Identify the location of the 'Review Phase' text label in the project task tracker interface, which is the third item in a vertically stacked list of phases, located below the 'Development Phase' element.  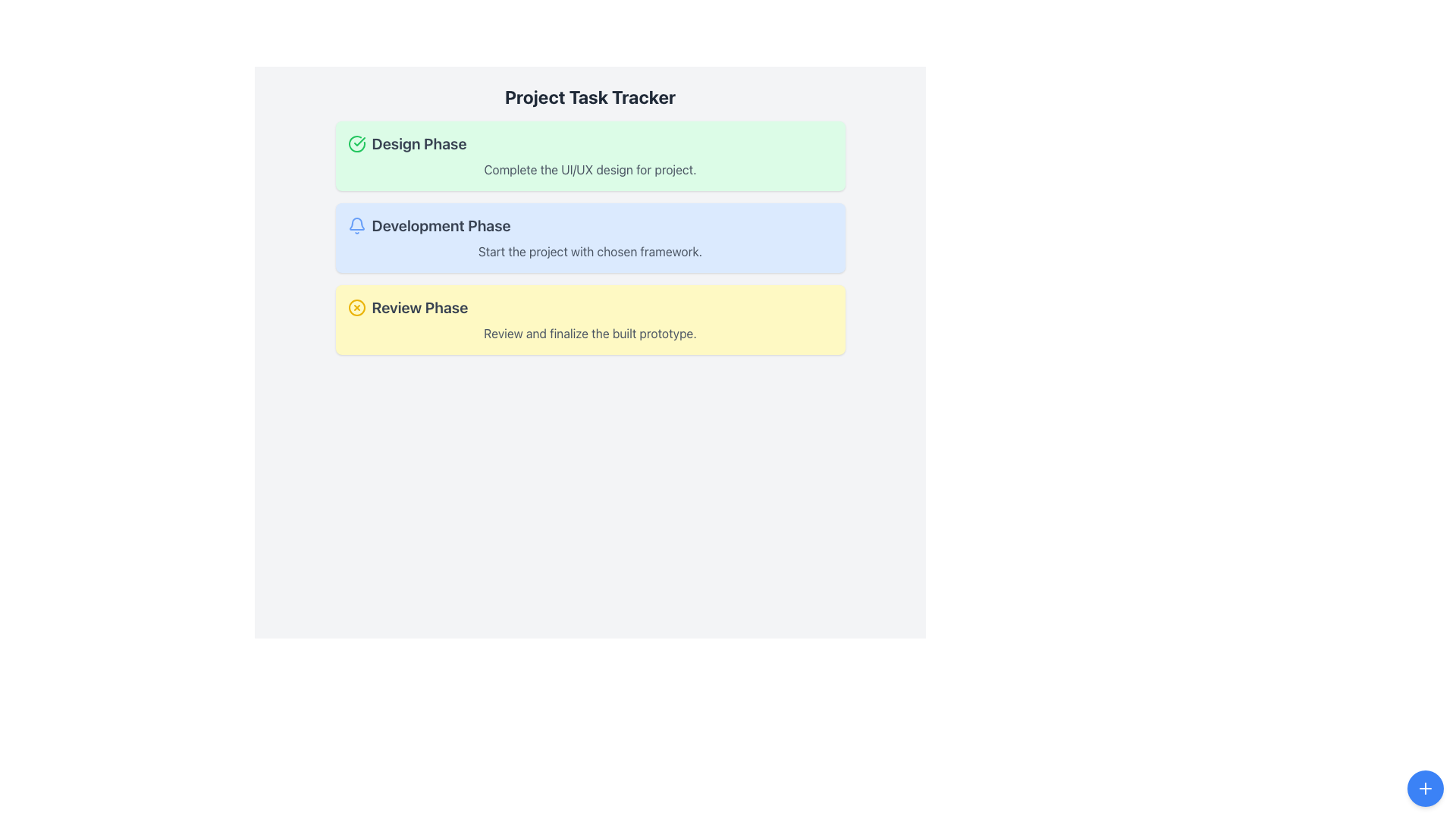
(419, 307).